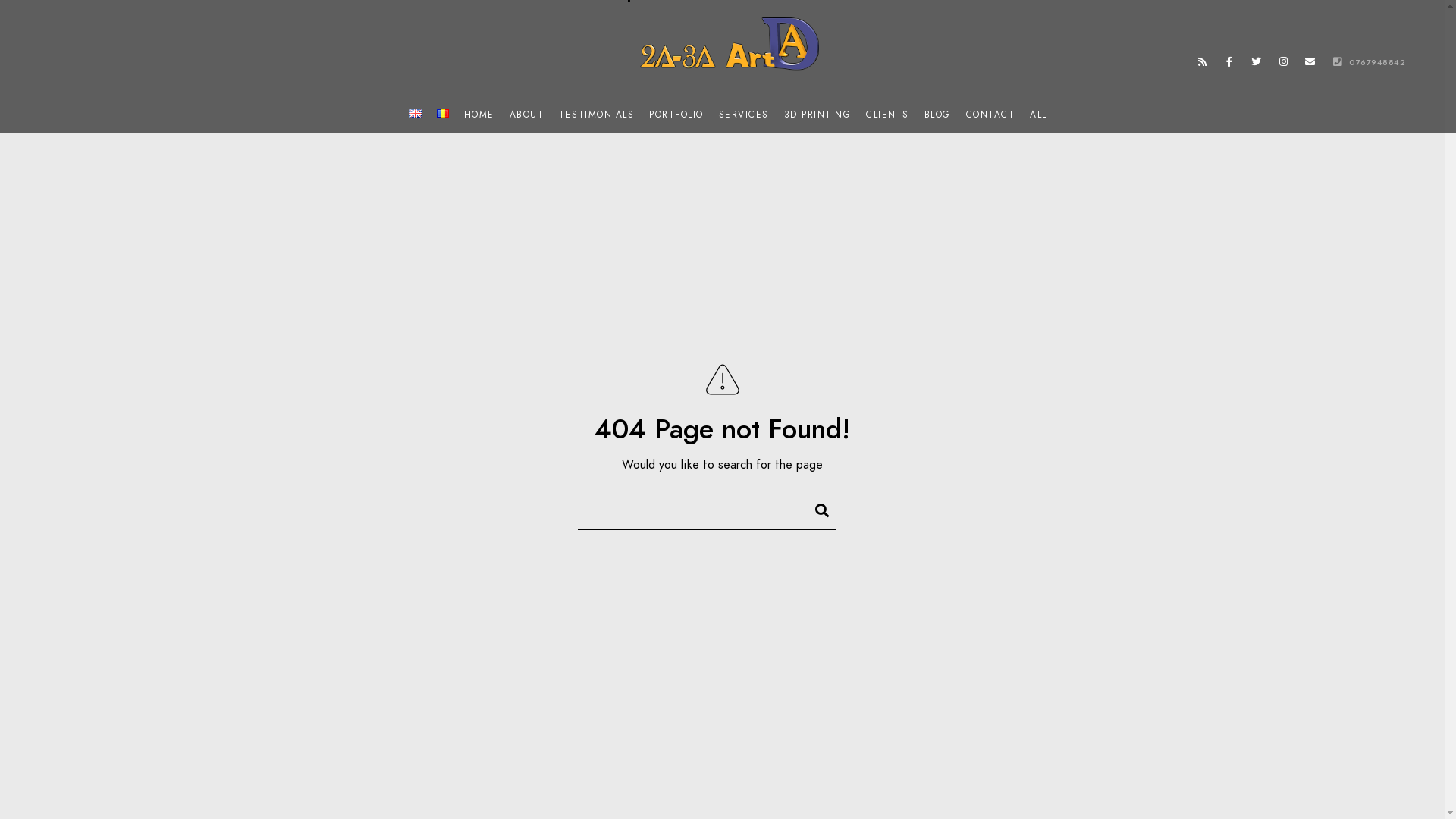 This screenshot has width=1456, height=819. What do you see at coordinates (527, 113) in the screenshot?
I see `'ABOUT'` at bounding box center [527, 113].